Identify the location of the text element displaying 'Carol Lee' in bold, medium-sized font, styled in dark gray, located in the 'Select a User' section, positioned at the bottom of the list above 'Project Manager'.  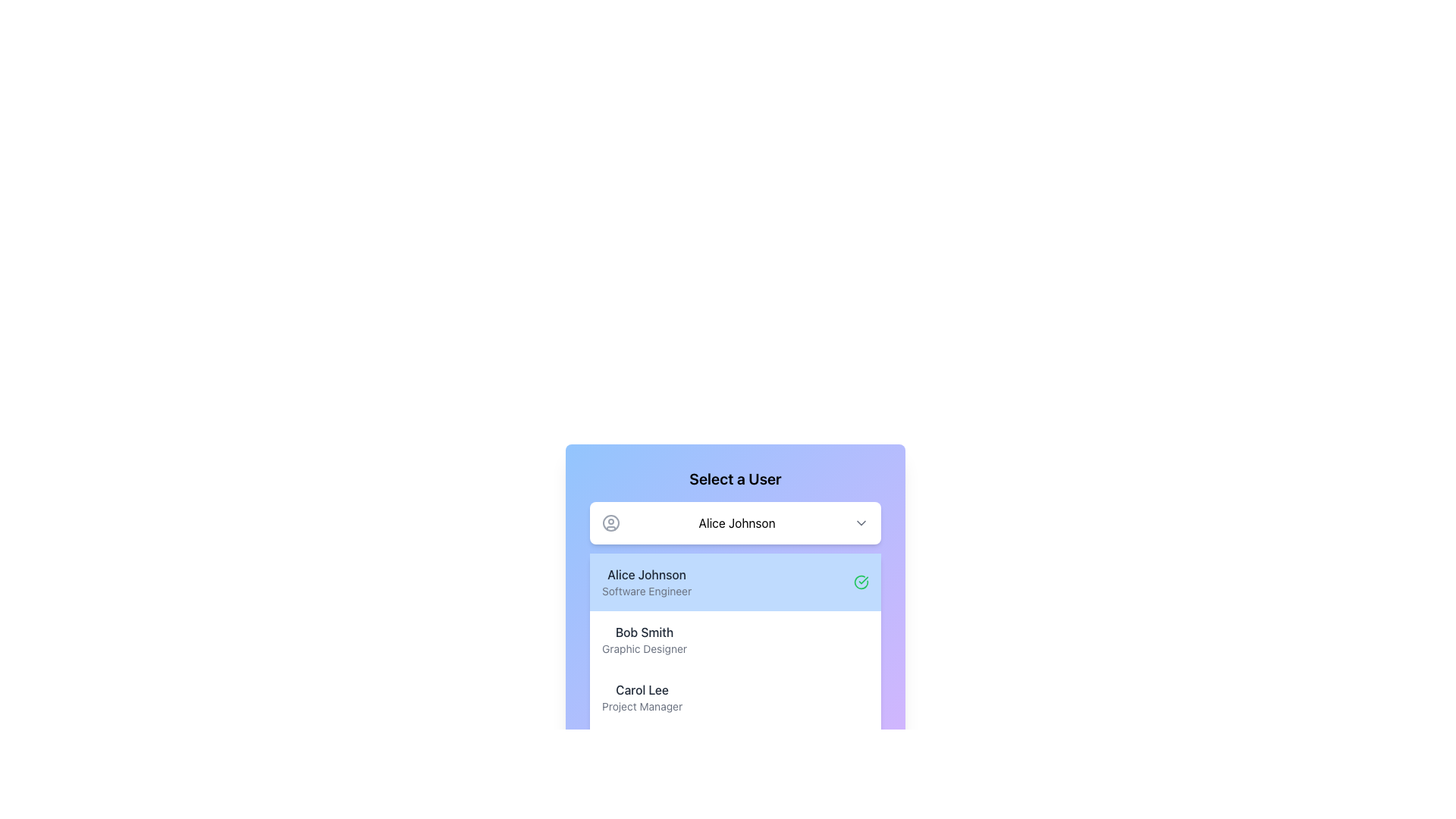
(642, 690).